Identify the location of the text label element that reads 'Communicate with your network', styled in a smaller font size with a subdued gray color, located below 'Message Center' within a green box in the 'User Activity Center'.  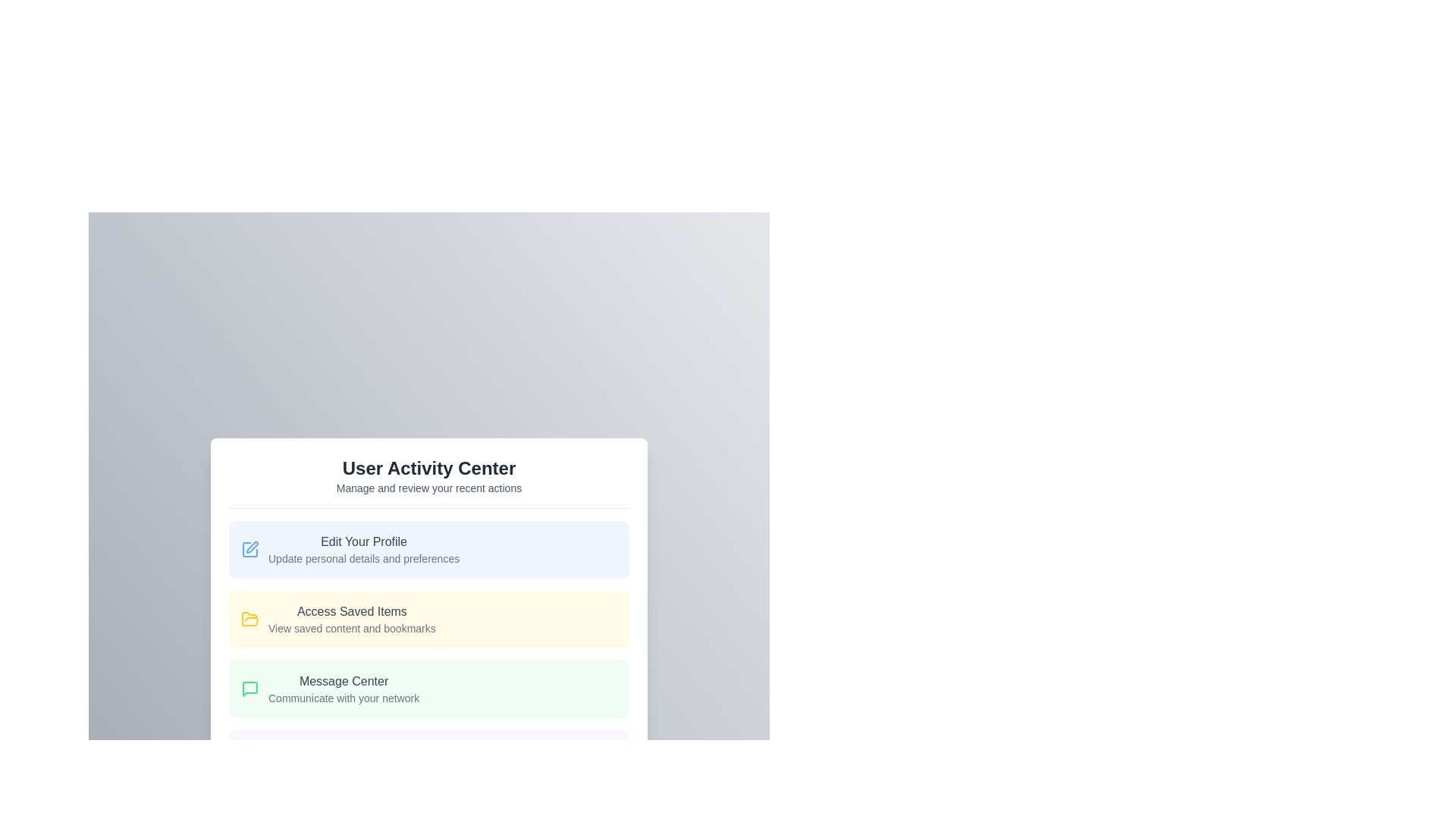
(343, 698).